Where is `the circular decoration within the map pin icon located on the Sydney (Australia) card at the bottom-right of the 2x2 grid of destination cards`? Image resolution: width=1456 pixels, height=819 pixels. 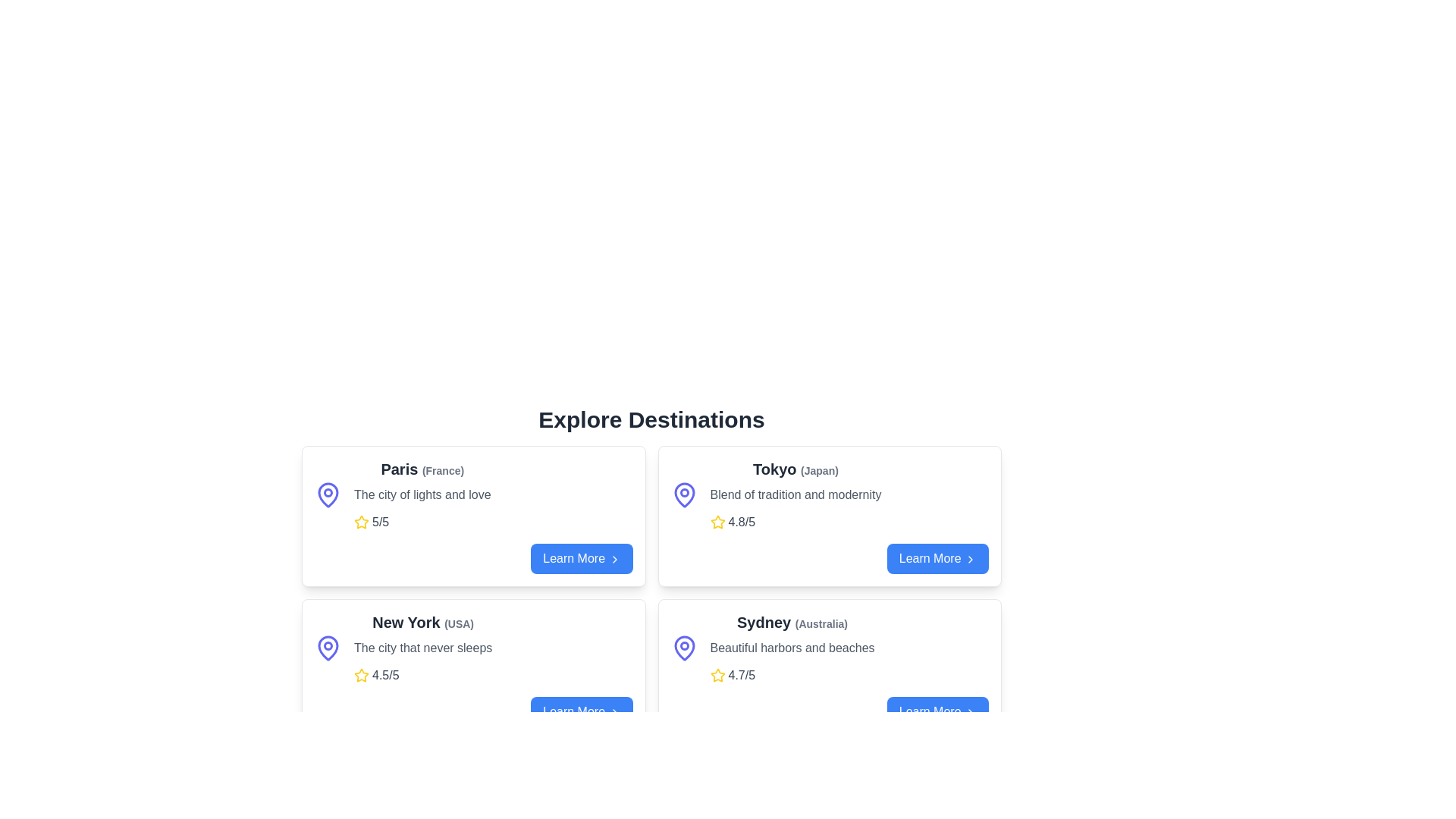 the circular decoration within the map pin icon located on the Sydney (Australia) card at the bottom-right of the 2x2 grid of destination cards is located at coordinates (683, 646).